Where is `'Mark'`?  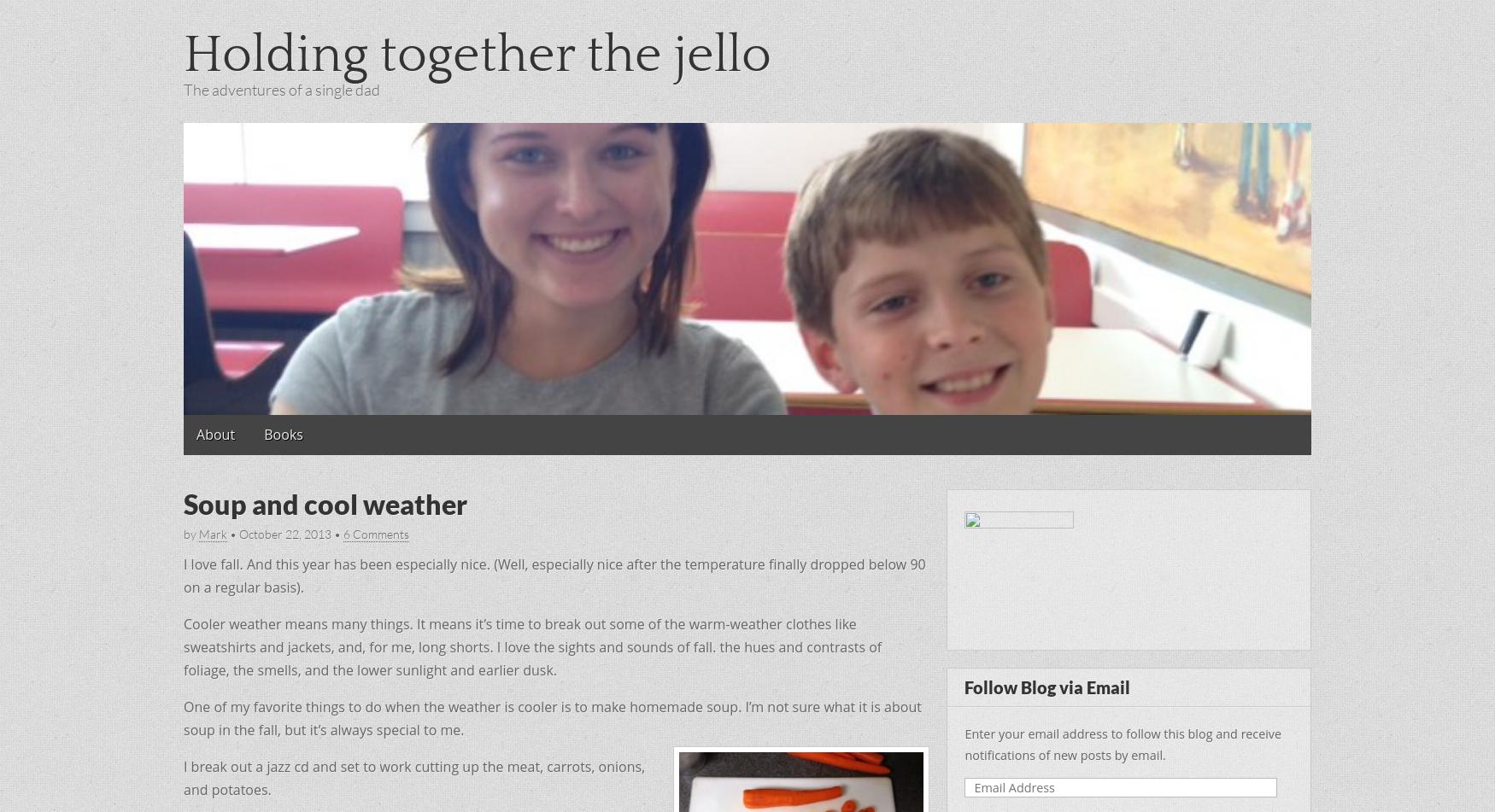 'Mark' is located at coordinates (213, 532).